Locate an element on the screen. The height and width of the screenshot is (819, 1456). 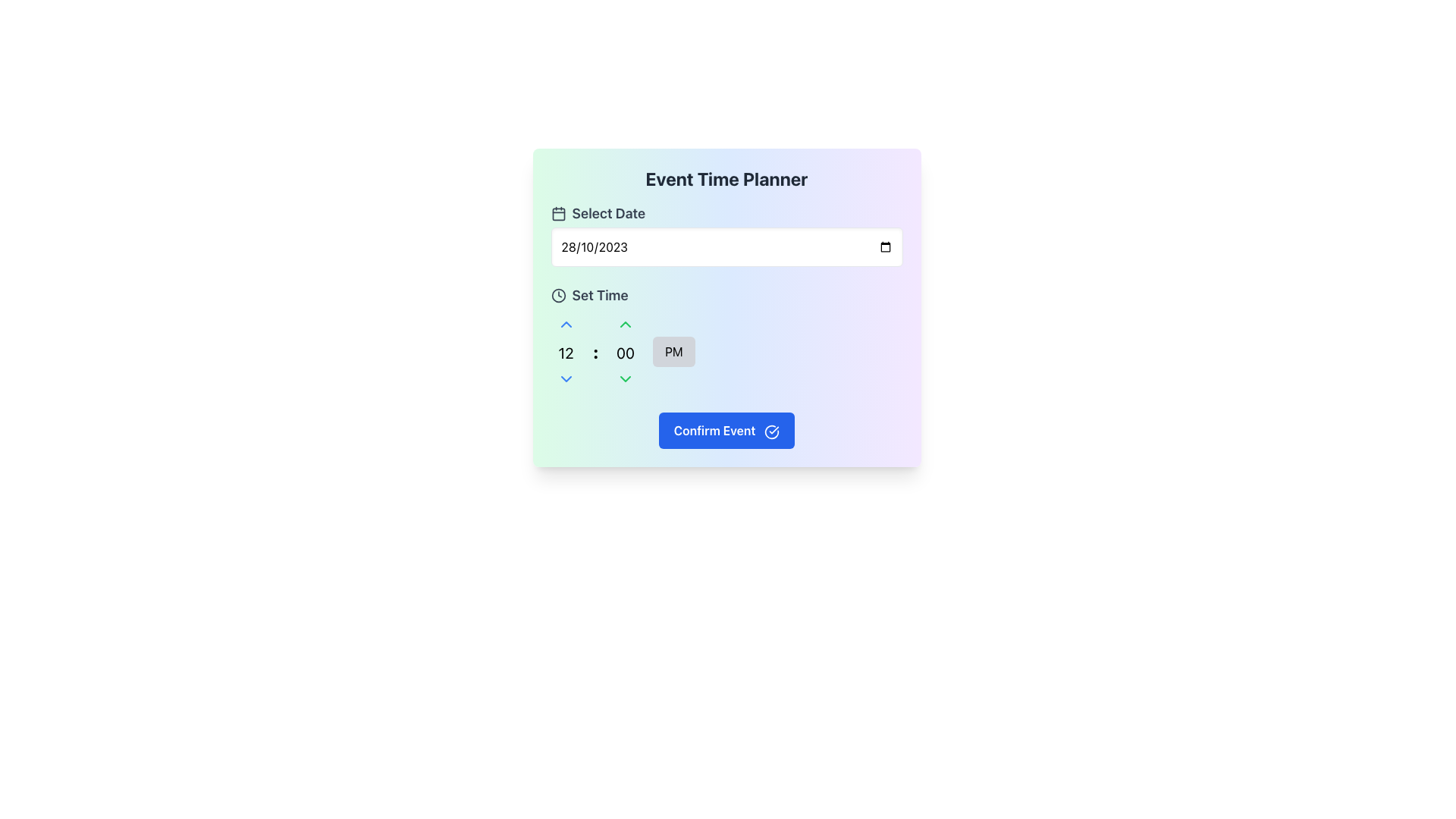
the Button with an upward-facing chevron icon located at the top-center of the time adjustment section is located at coordinates (626, 324).